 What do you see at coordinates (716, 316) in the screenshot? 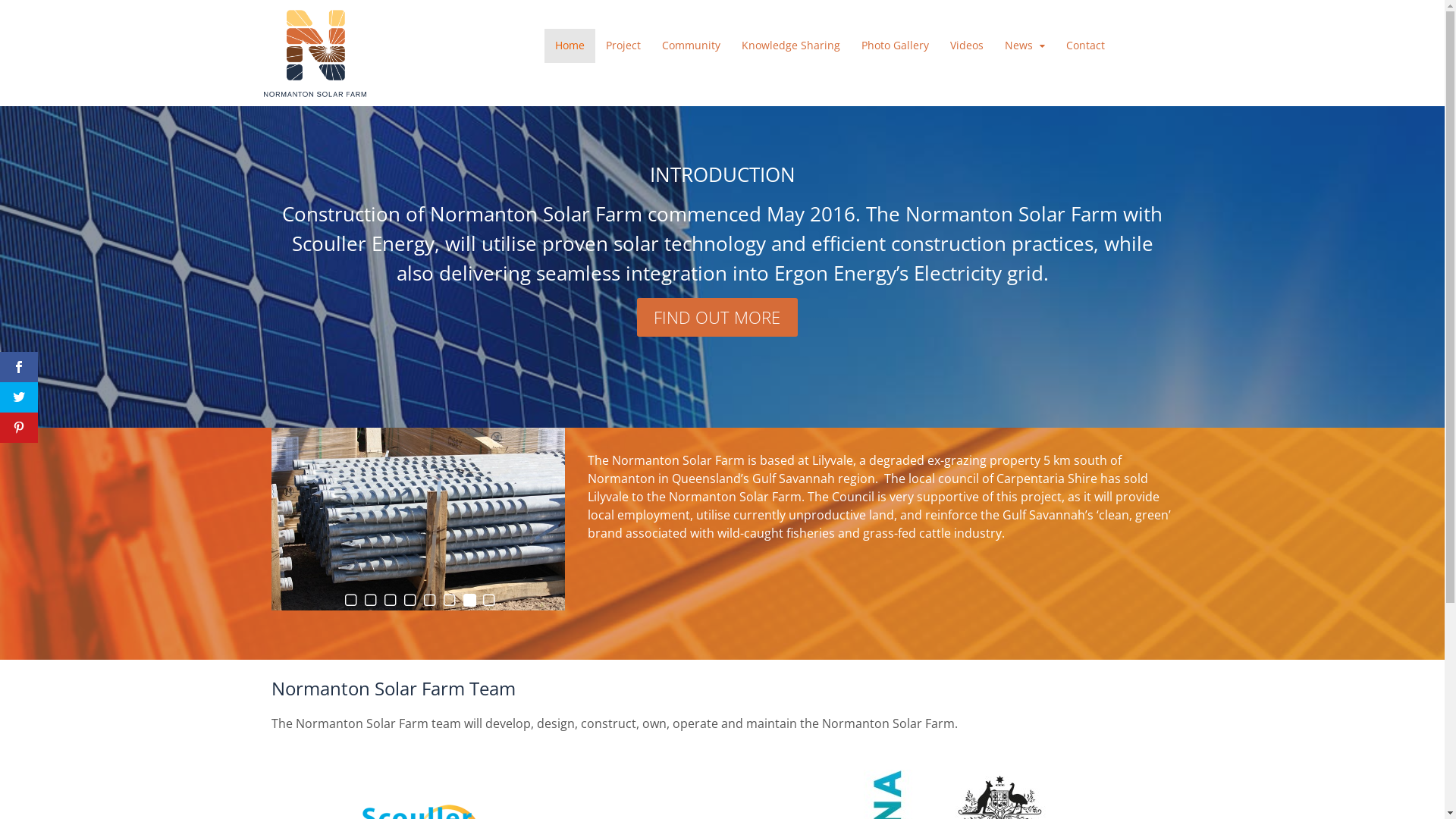
I see `'FIND OUT MORE'` at bounding box center [716, 316].